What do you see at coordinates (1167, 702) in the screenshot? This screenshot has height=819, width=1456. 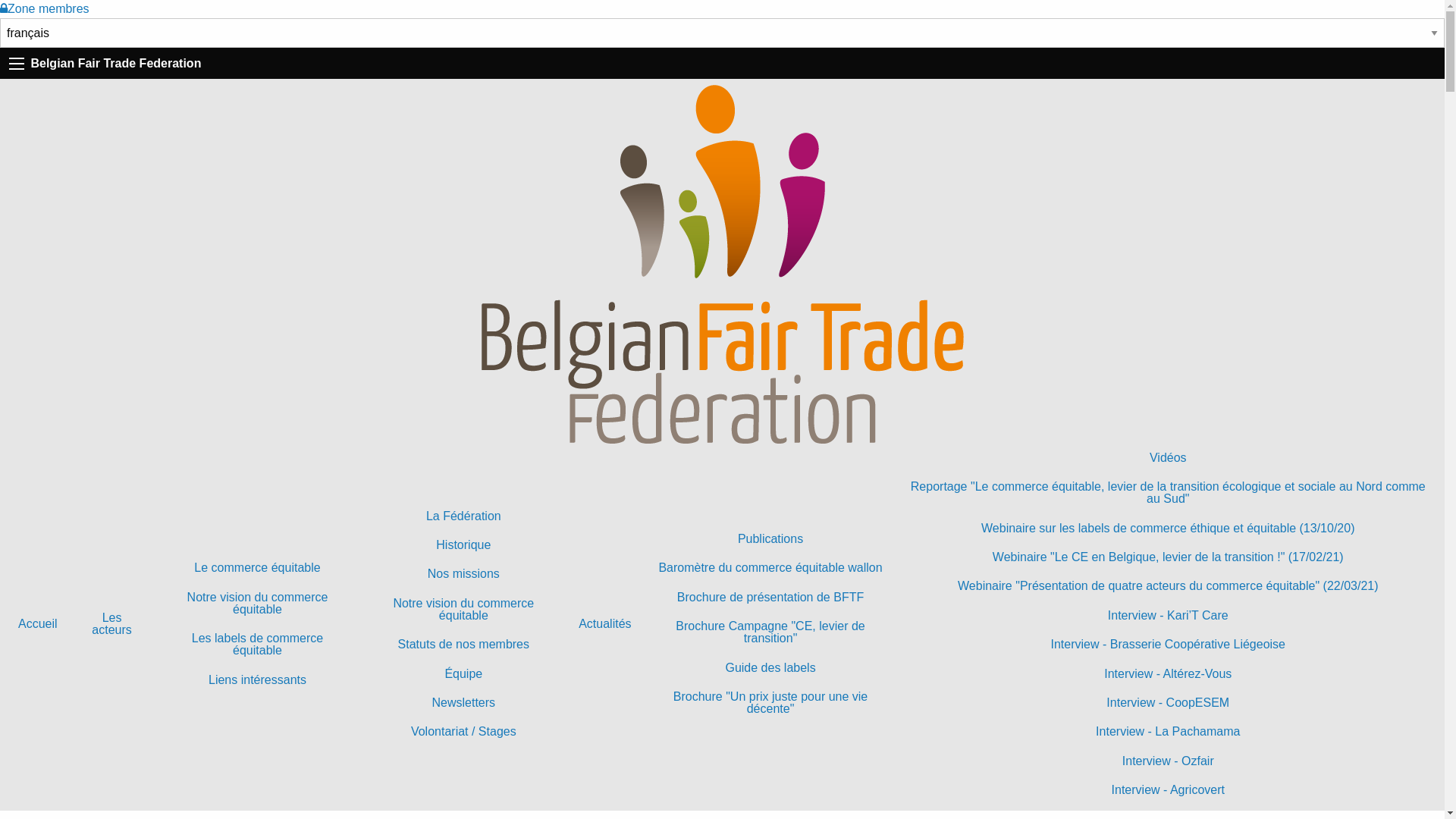 I see `'Interview - CoopESEM'` at bounding box center [1167, 702].